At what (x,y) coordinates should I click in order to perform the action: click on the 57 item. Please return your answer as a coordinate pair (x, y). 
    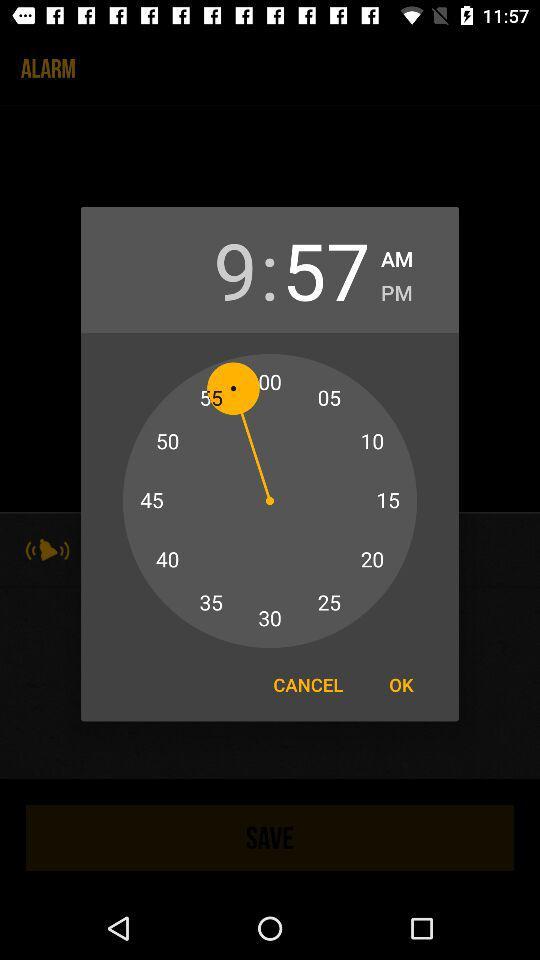
    Looking at the image, I should click on (326, 268).